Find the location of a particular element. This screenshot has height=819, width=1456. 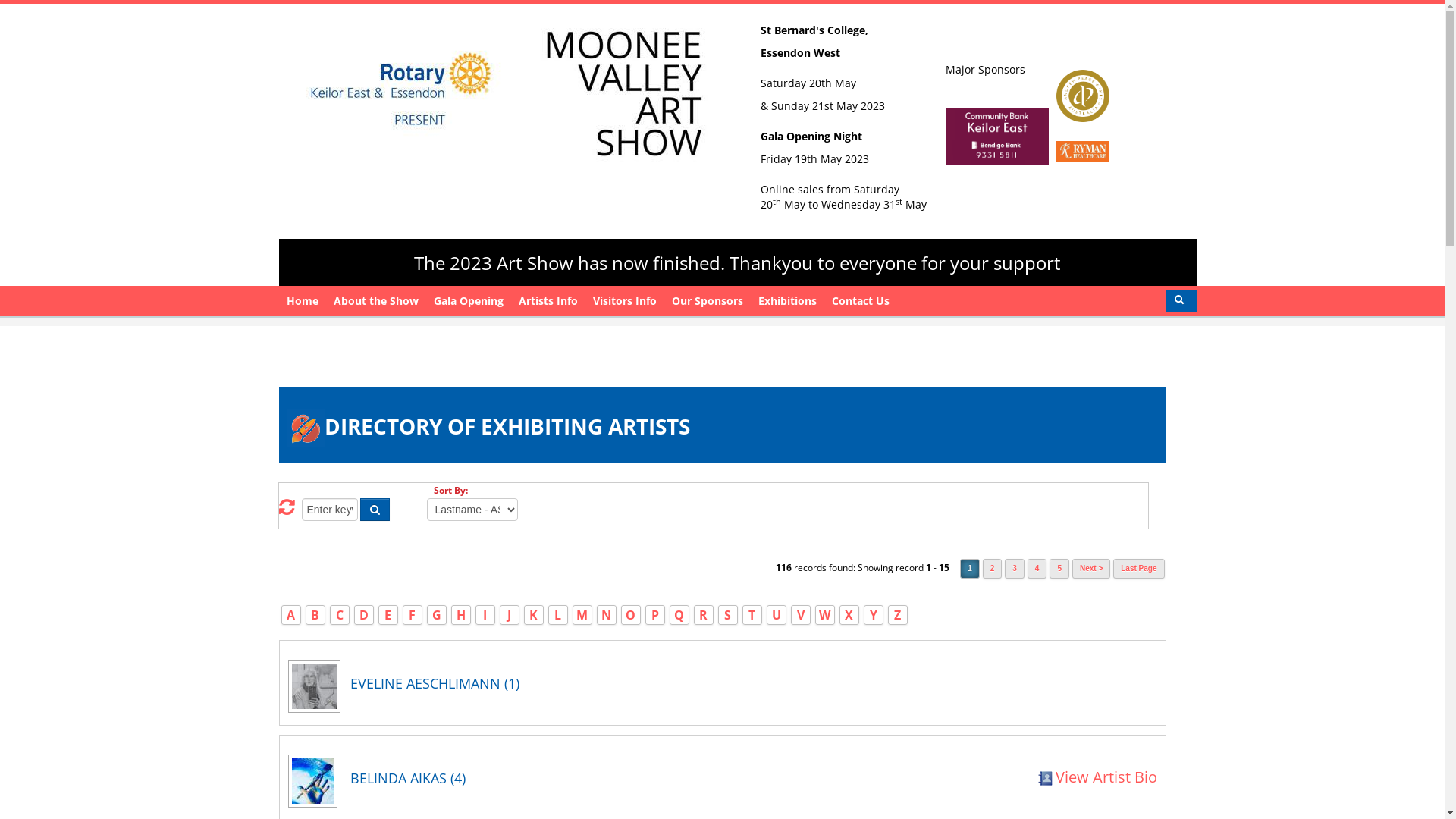

'Contact Us' is located at coordinates (822, 301).